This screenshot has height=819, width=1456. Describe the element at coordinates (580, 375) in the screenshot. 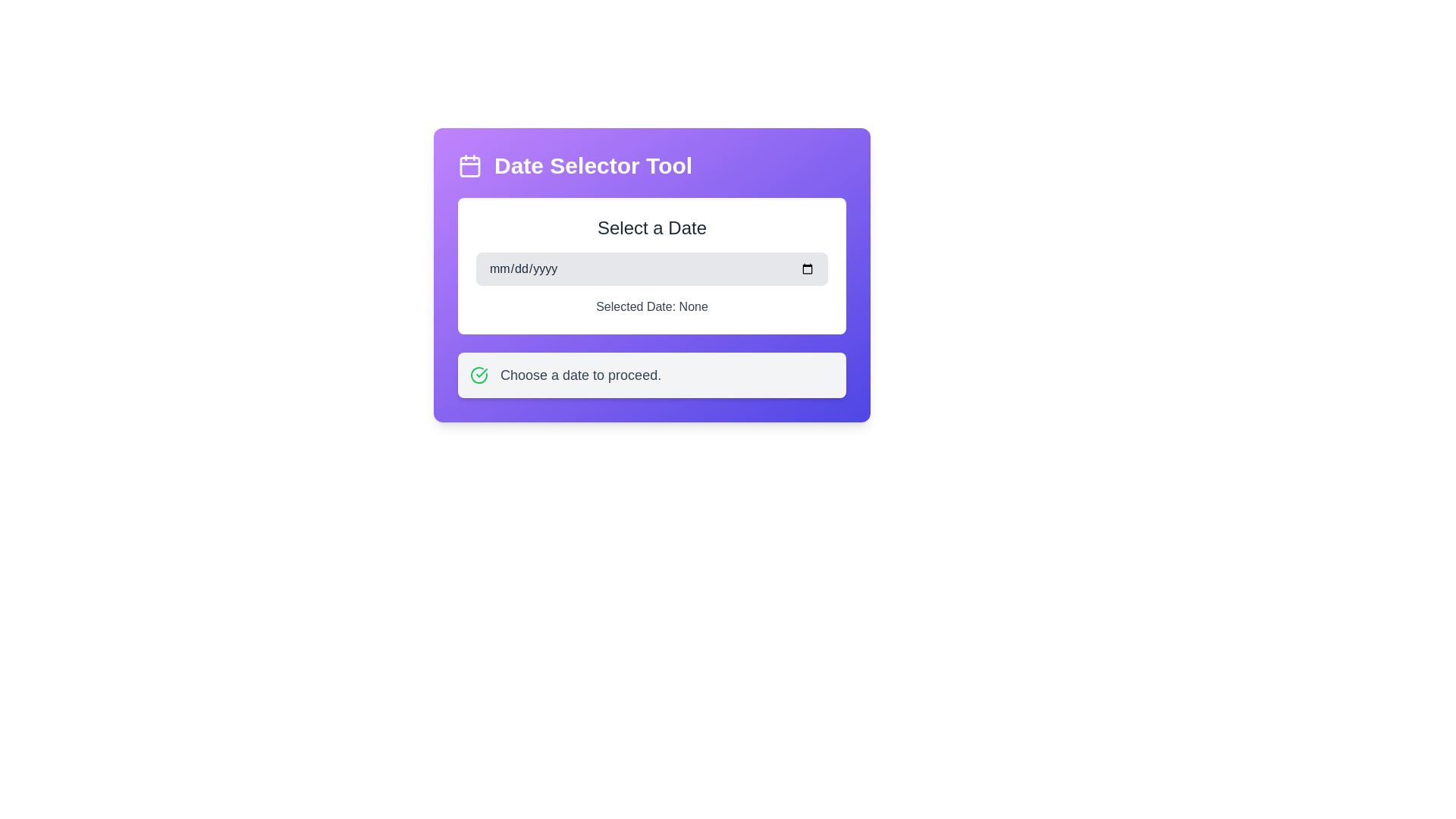

I see `the instructional label that guides the user to select a date, located to the right of a green check icon` at that location.